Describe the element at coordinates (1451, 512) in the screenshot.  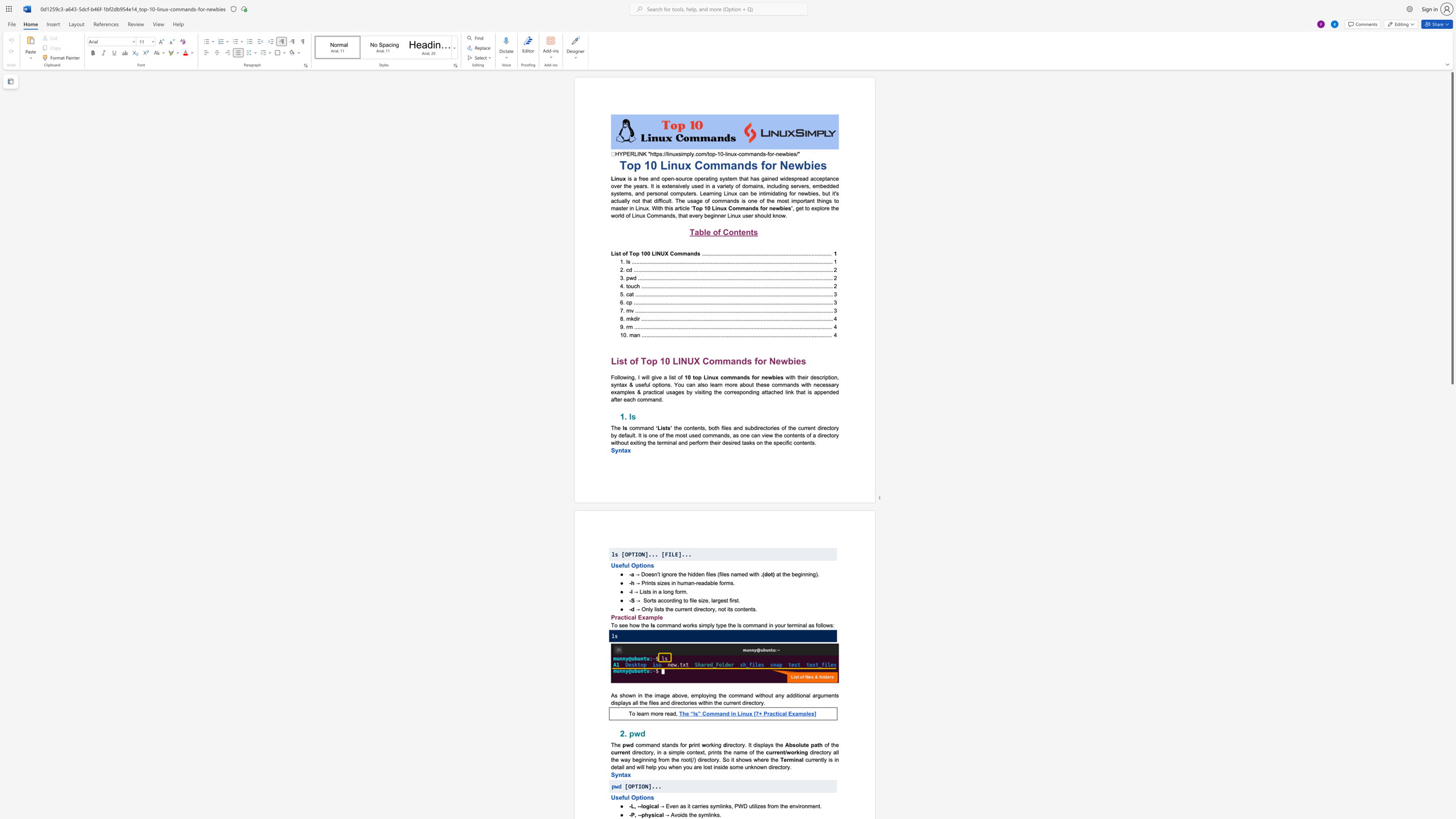
I see `the side scrollbar to bring the page down` at that location.